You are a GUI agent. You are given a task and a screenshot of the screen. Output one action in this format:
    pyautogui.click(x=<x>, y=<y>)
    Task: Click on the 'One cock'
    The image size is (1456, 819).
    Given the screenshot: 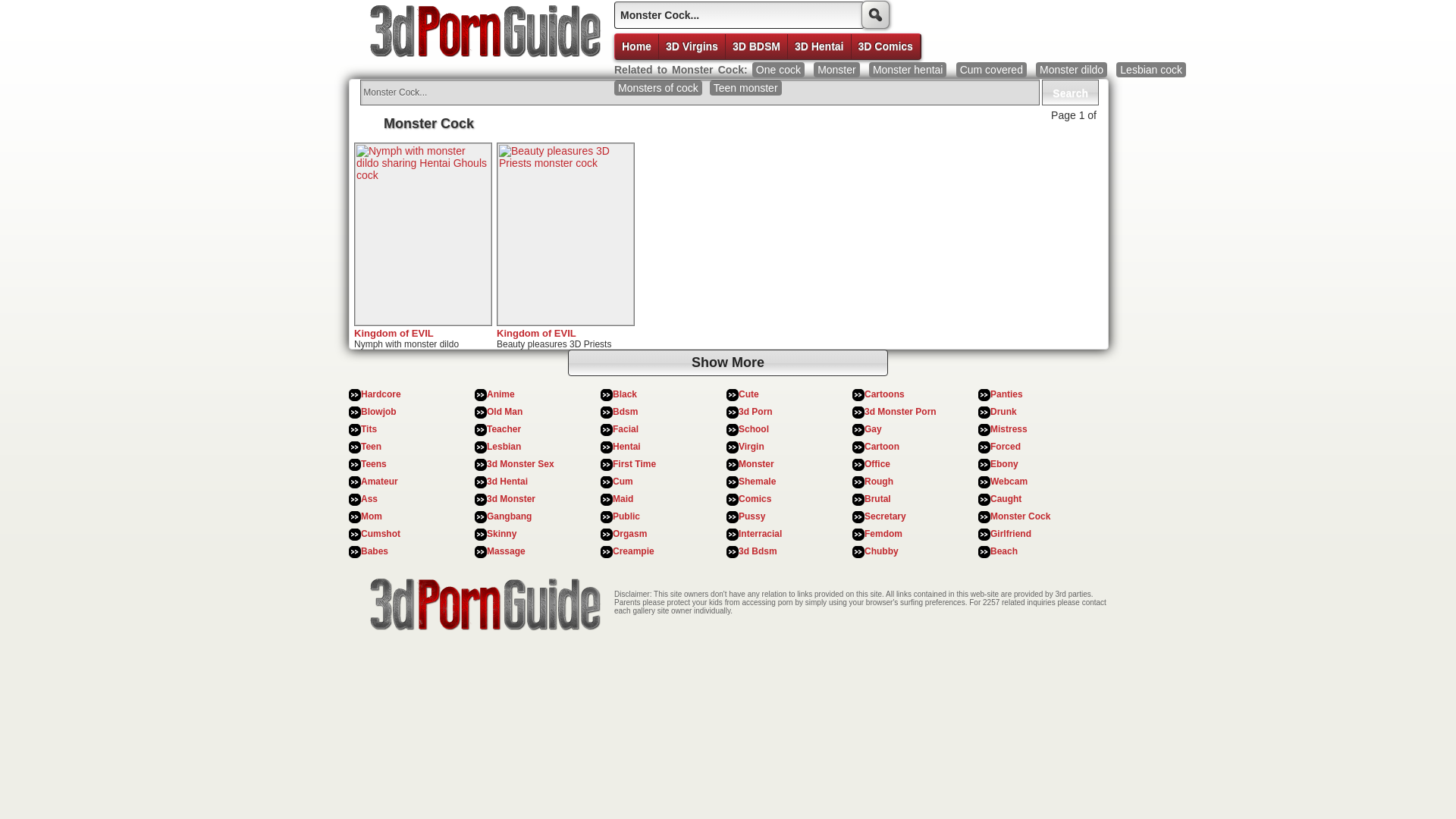 What is the action you would take?
    pyautogui.click(x=752, y=70)
    